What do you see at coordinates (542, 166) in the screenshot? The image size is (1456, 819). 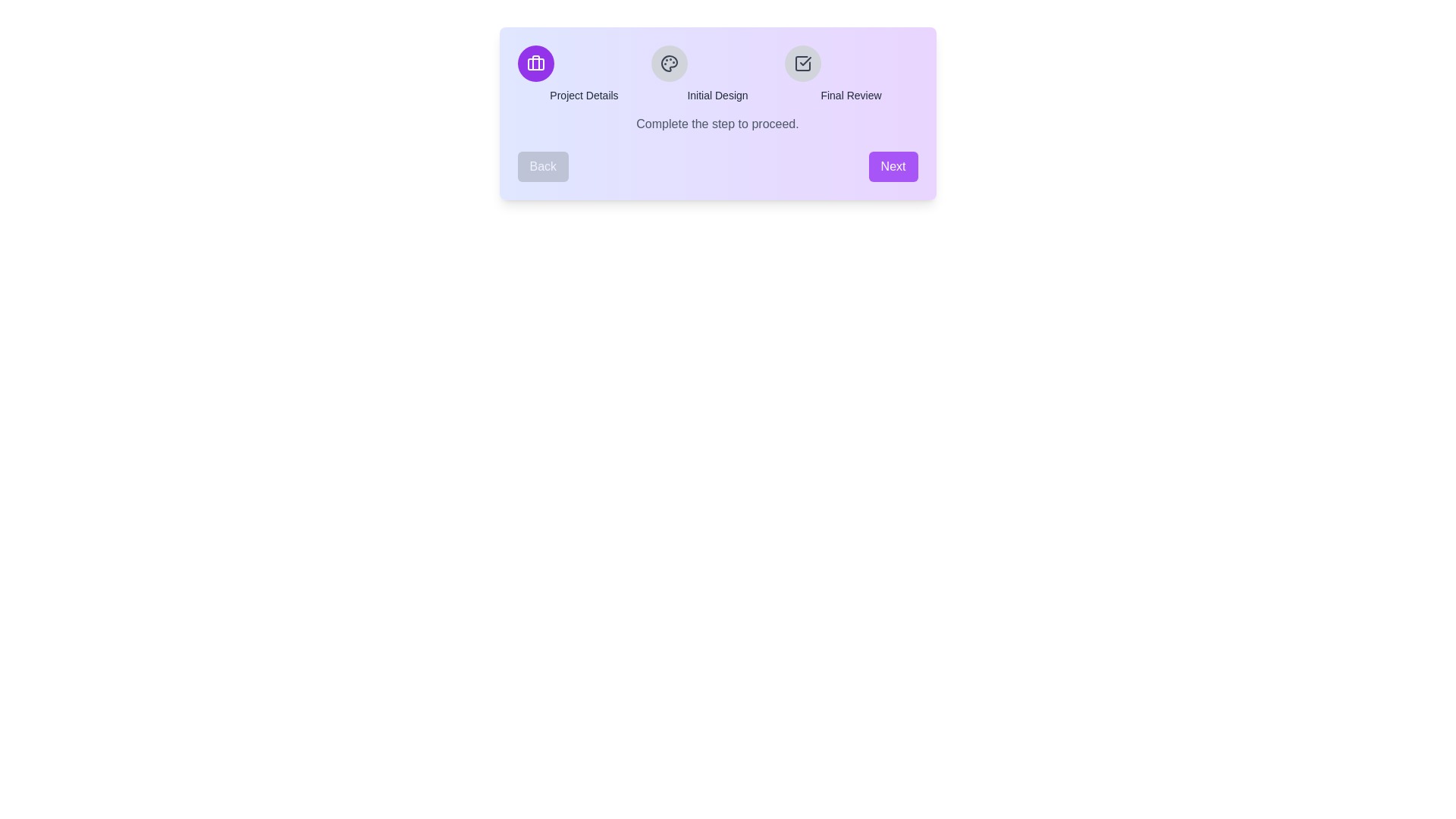 I see `the Back button to navigate through the steps` at bounding box center [542, 166].